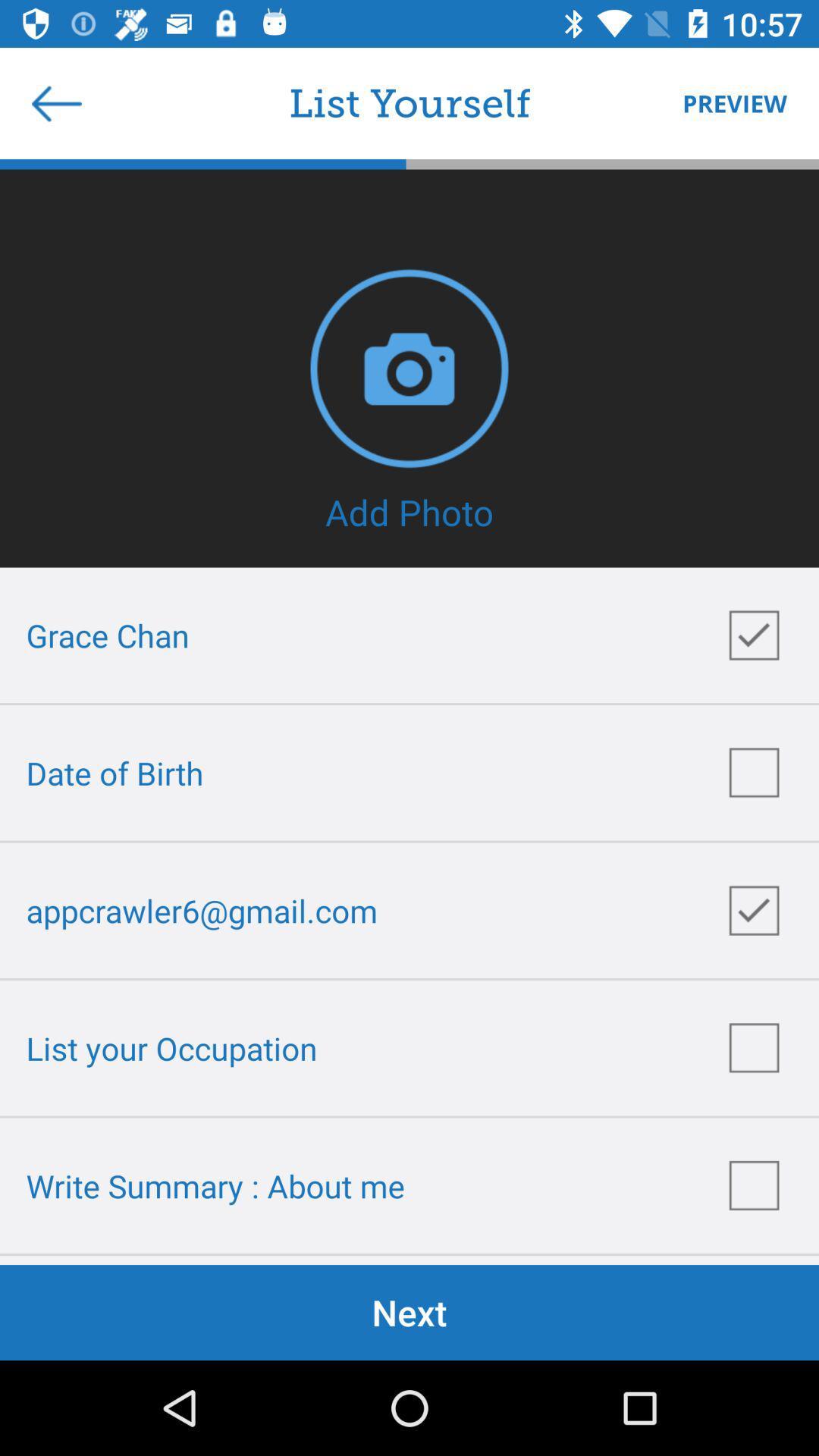 This screenshot has width=819, height=1456. I want to click on camera to add photo, so click(409, 368).